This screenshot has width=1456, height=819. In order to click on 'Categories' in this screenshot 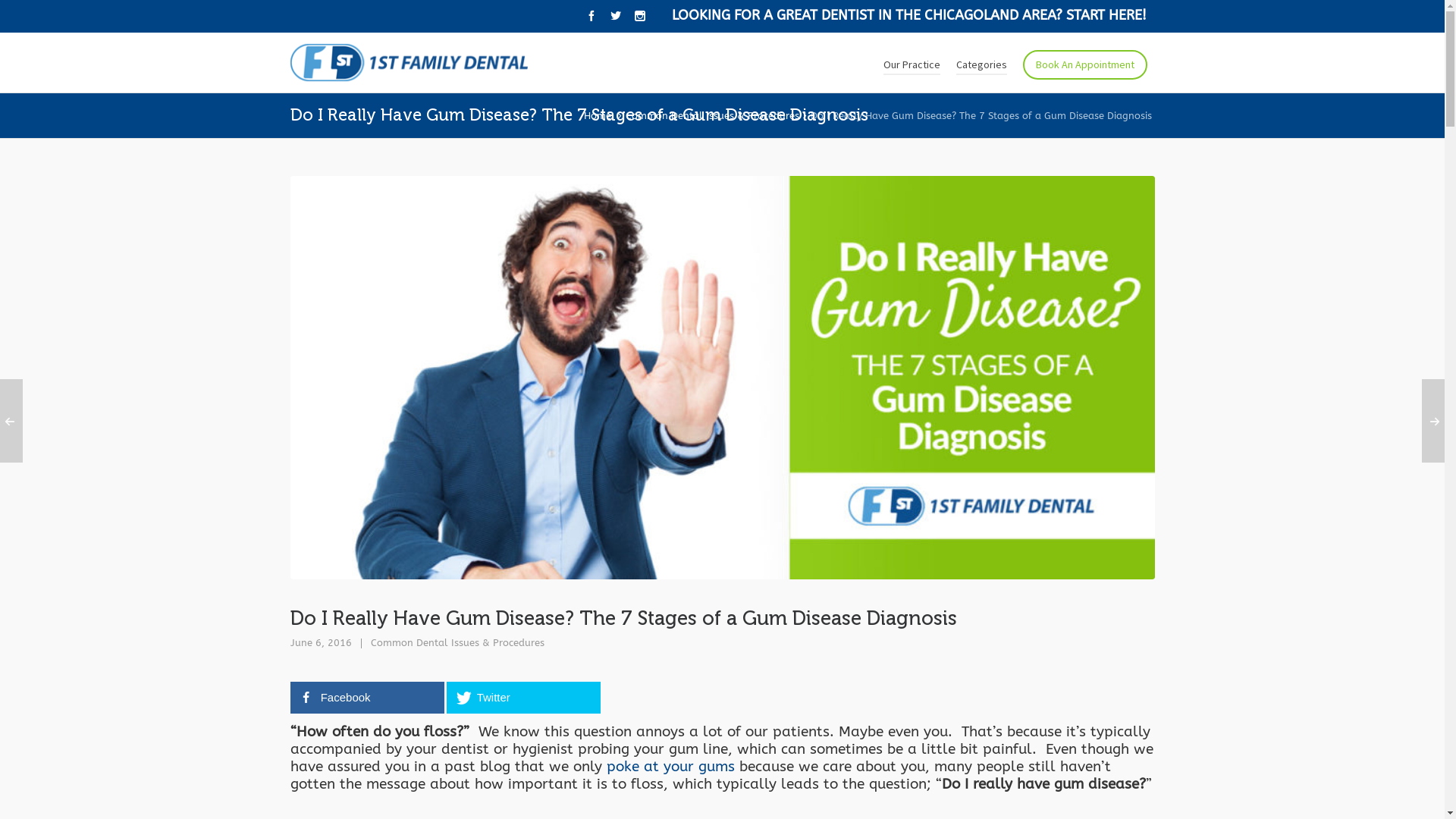, I will do `click(981, 62)`.